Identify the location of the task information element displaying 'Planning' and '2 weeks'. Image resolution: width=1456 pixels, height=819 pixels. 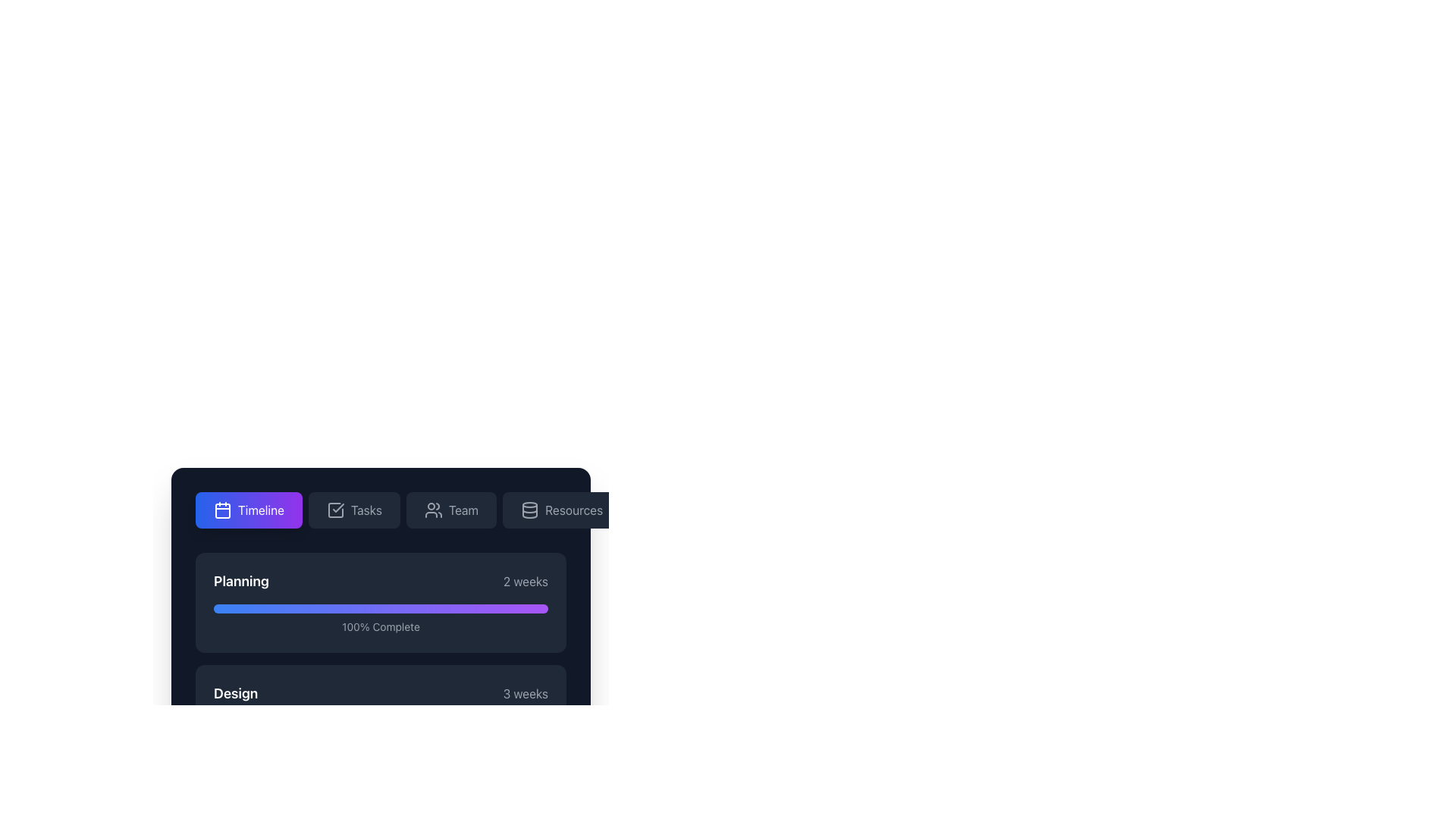
(381, 581).